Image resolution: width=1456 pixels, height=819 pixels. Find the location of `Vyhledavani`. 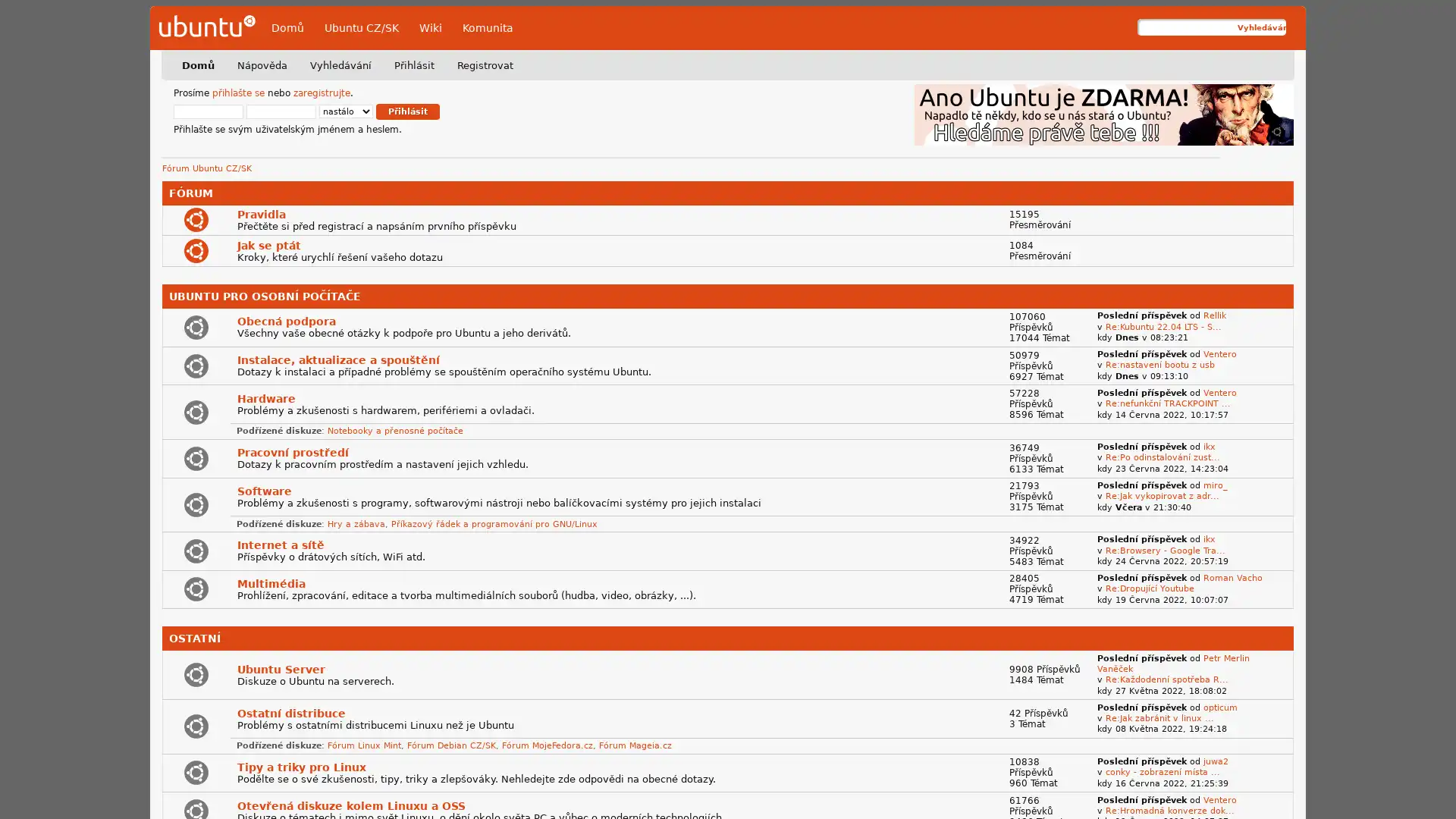

Vyhledavani is located at coordinates (1263, 28).